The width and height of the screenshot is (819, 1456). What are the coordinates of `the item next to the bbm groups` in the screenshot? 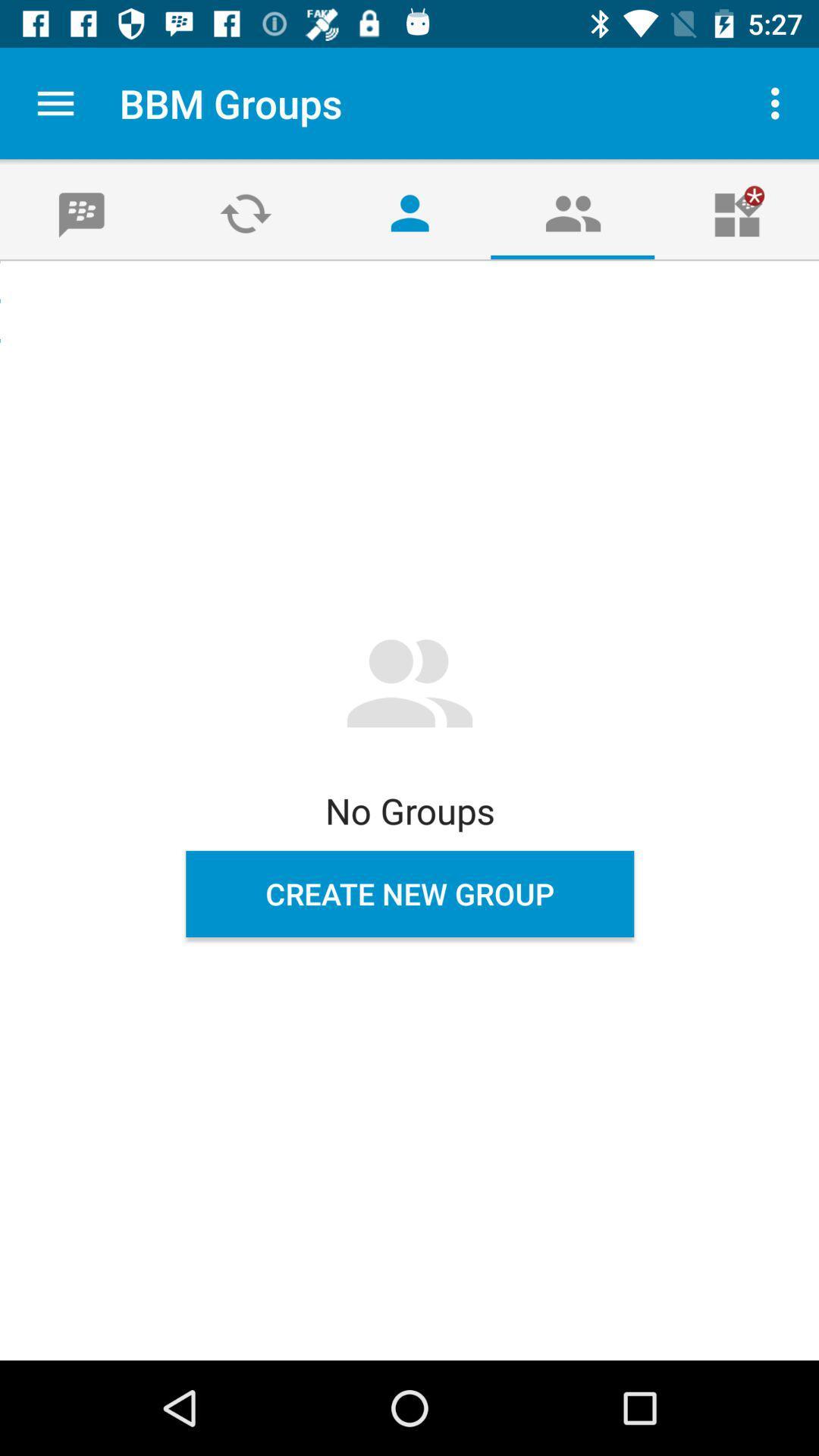 It's located at (55, 102).